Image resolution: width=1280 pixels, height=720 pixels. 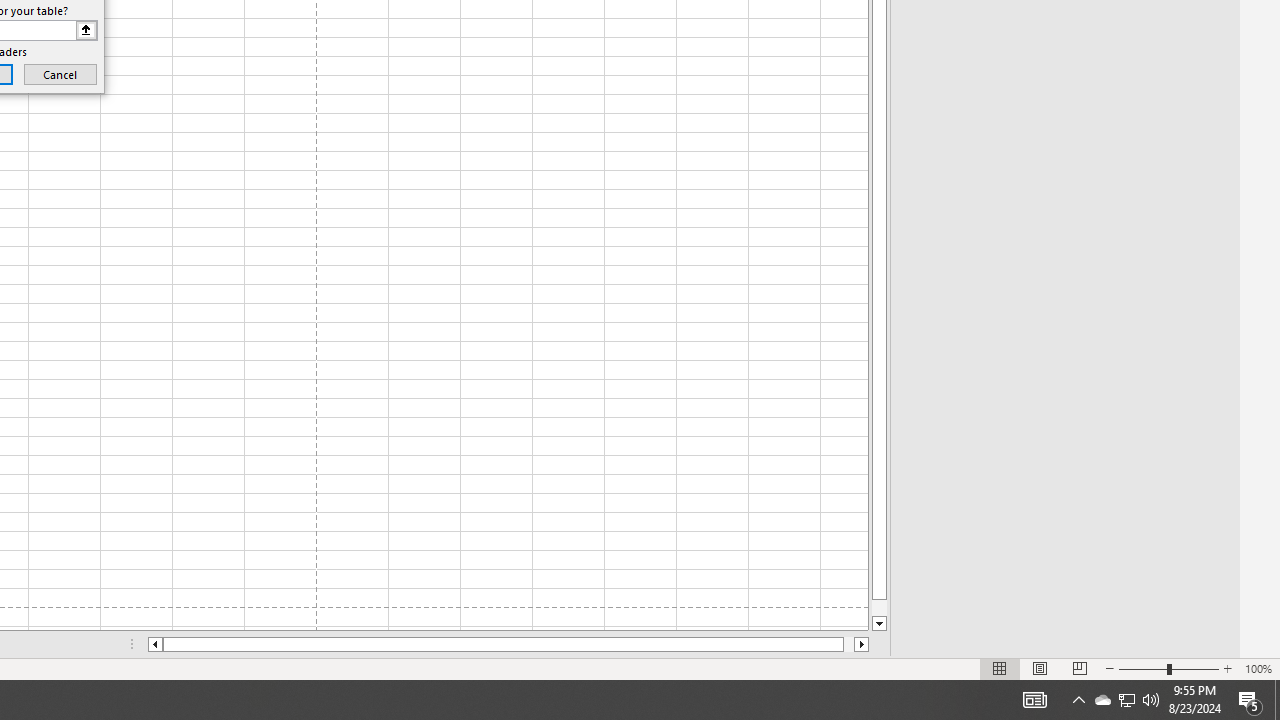 What do you see at coordinates (1040, 669) in the screenshot?
I see `'Page Layout'` at bounding box center [1040, 669].